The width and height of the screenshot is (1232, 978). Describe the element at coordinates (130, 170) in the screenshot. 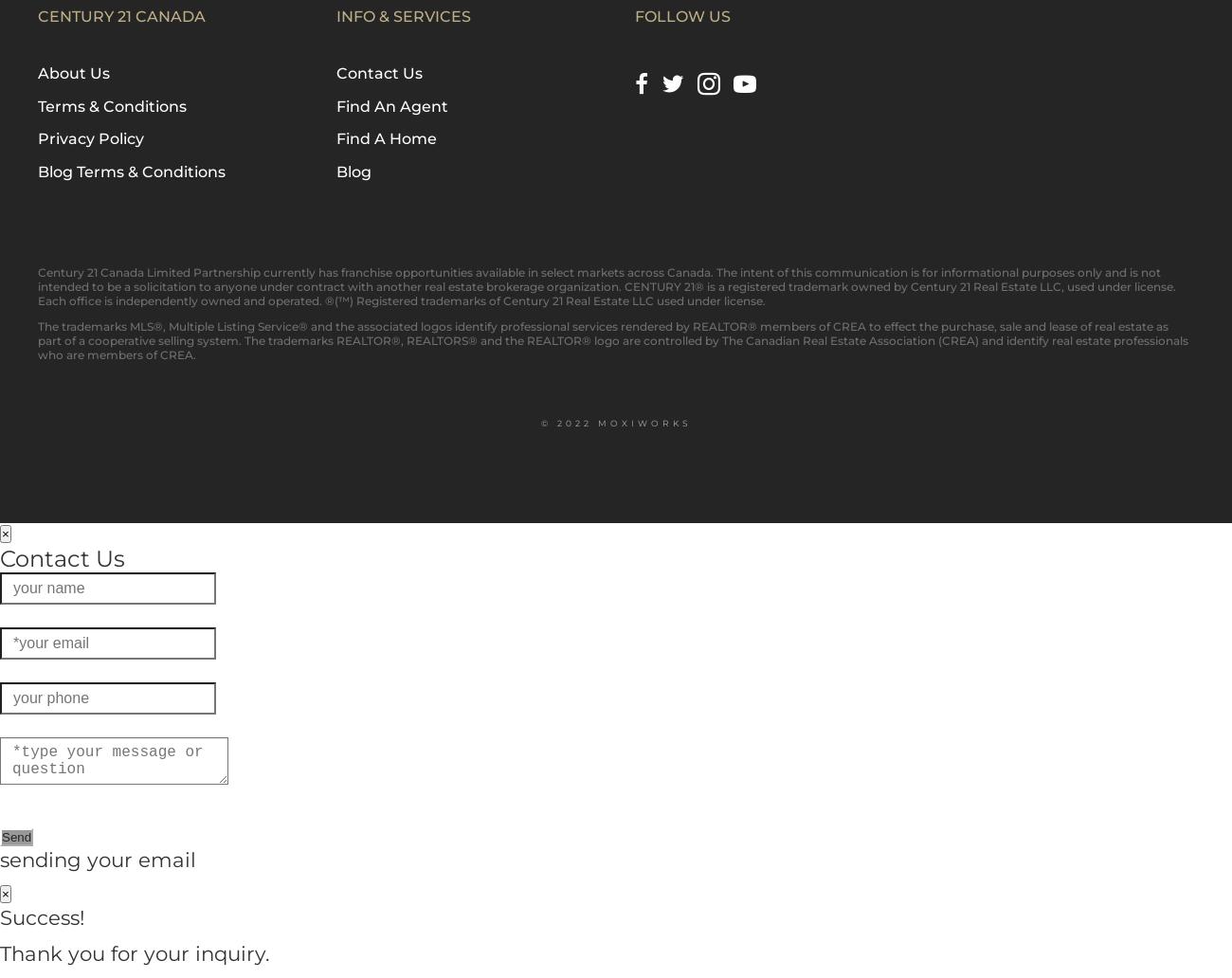

I see `'Blog Terms & Conditions'` at that location.